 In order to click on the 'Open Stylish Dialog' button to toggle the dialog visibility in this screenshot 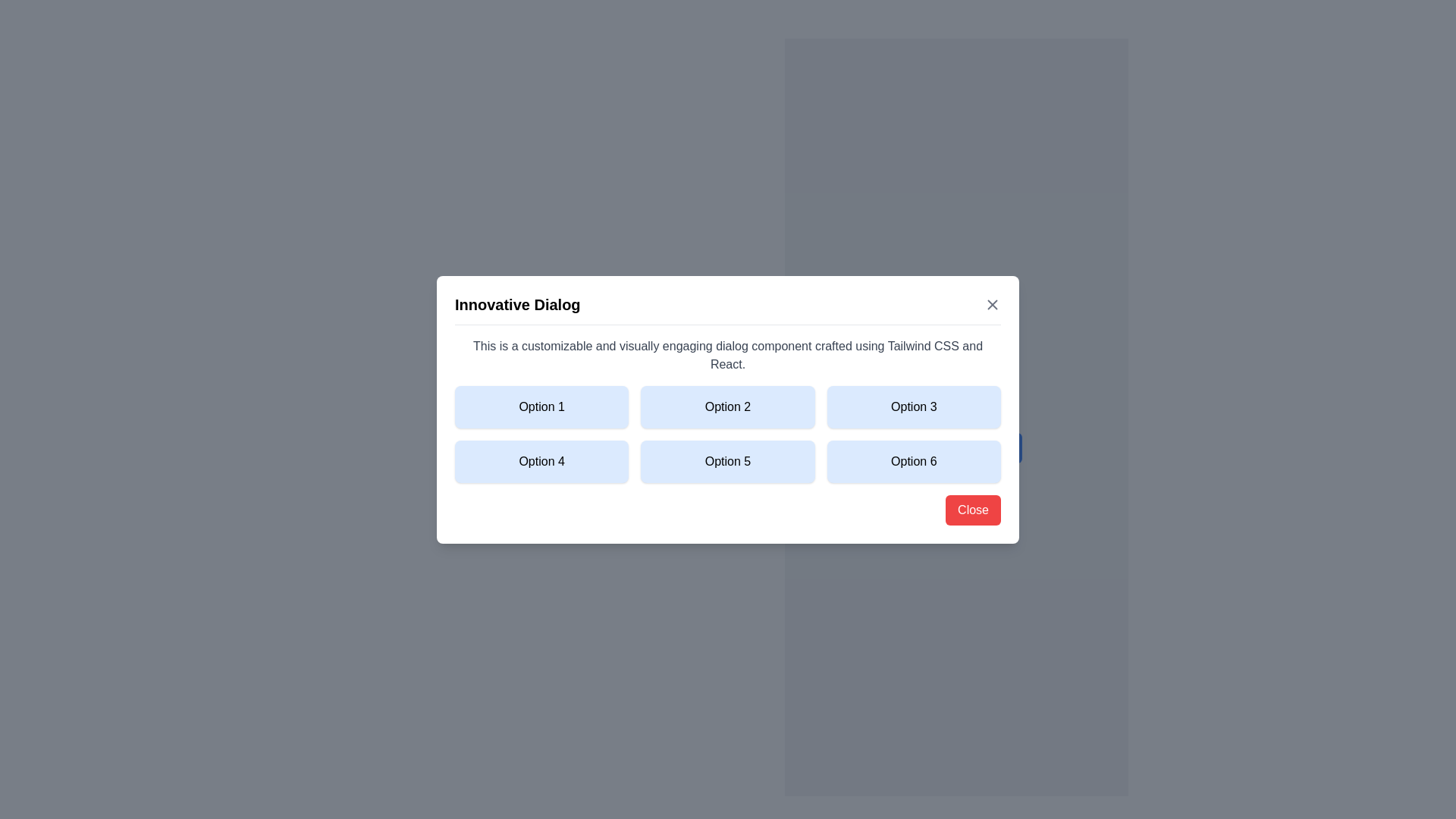, I will do `click(955, 447)`.